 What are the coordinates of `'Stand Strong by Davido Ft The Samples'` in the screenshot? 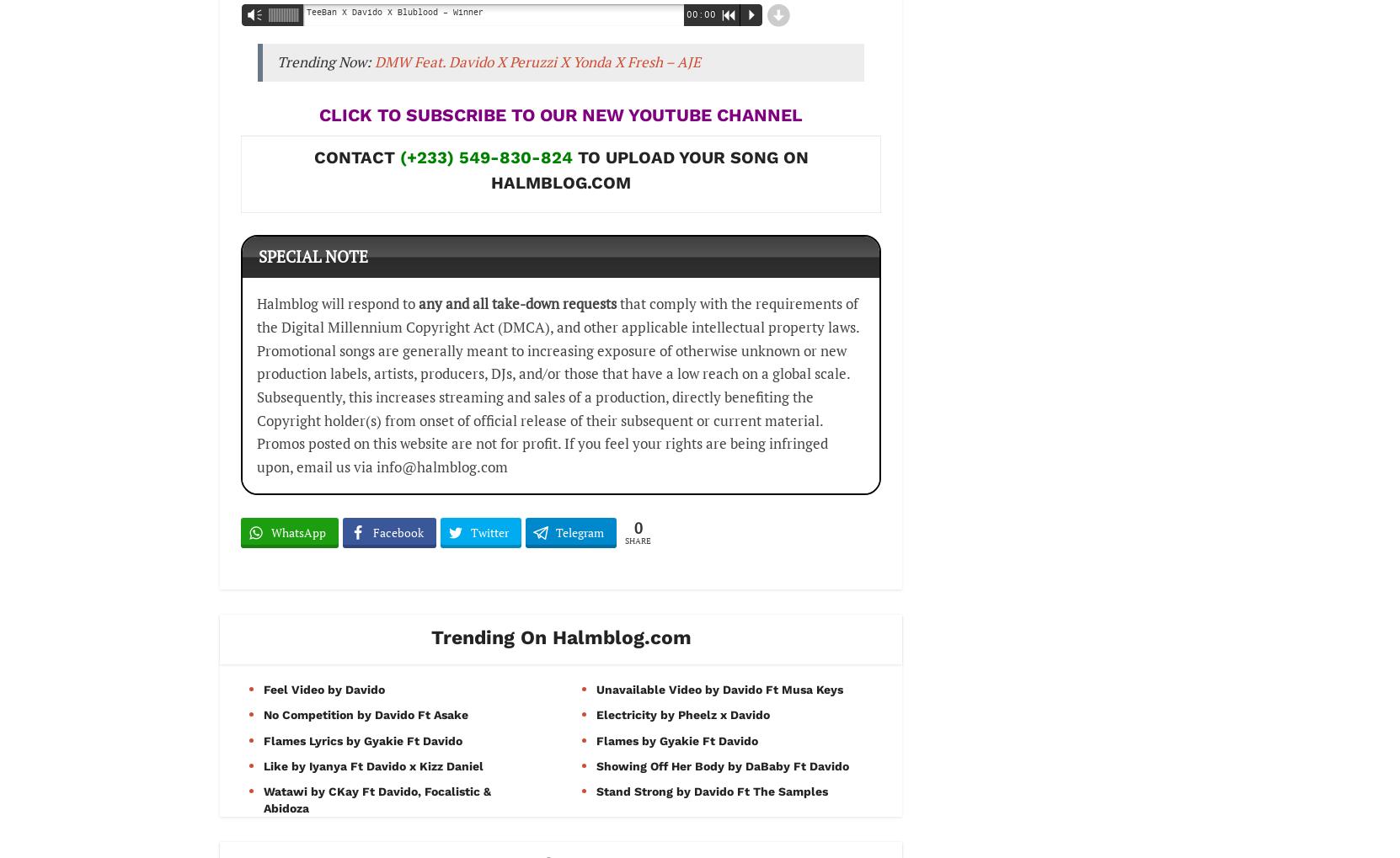 It's located at (711, 790).